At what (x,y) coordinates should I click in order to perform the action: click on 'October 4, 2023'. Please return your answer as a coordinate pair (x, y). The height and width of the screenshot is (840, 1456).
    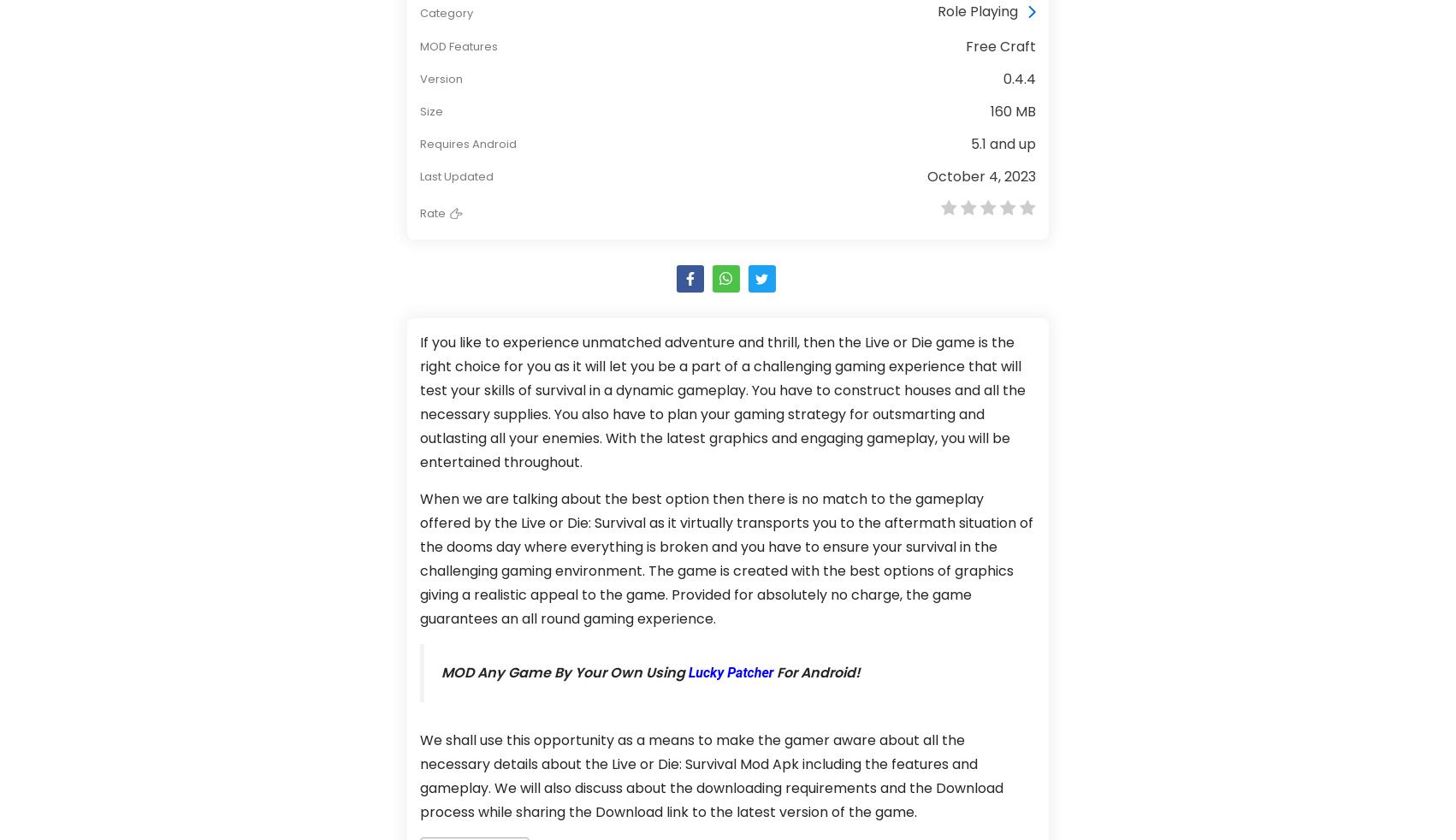
    Looking at the image, I should click on (926, 175).